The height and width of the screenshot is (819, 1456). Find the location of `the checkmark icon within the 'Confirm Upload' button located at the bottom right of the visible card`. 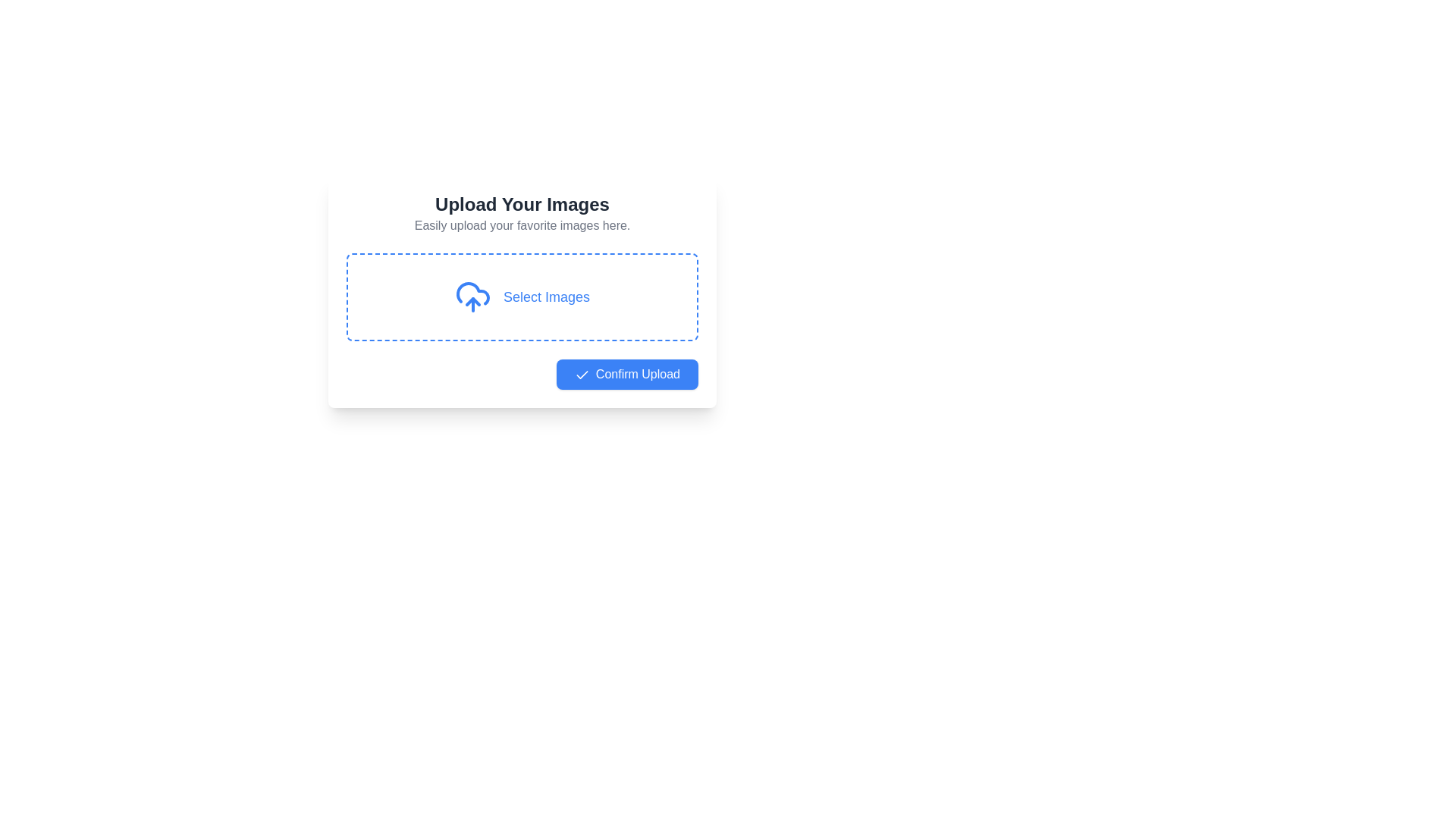

the checkmark icon within the 'Confirm Upload' button located at the bottom right of the visible card is located at coordinates (581, 375).